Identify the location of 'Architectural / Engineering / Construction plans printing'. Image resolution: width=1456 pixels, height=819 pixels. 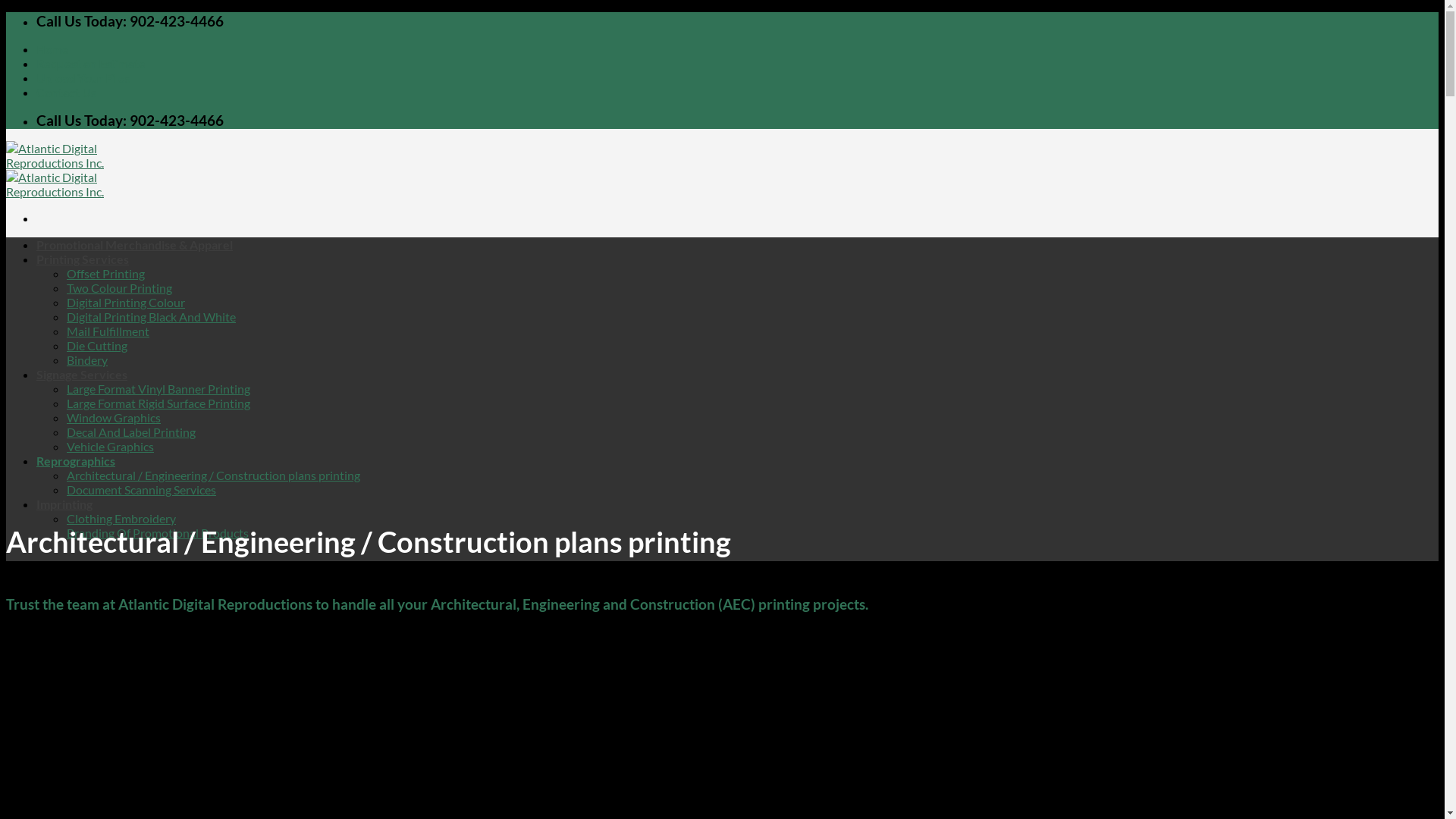
(212, 474).